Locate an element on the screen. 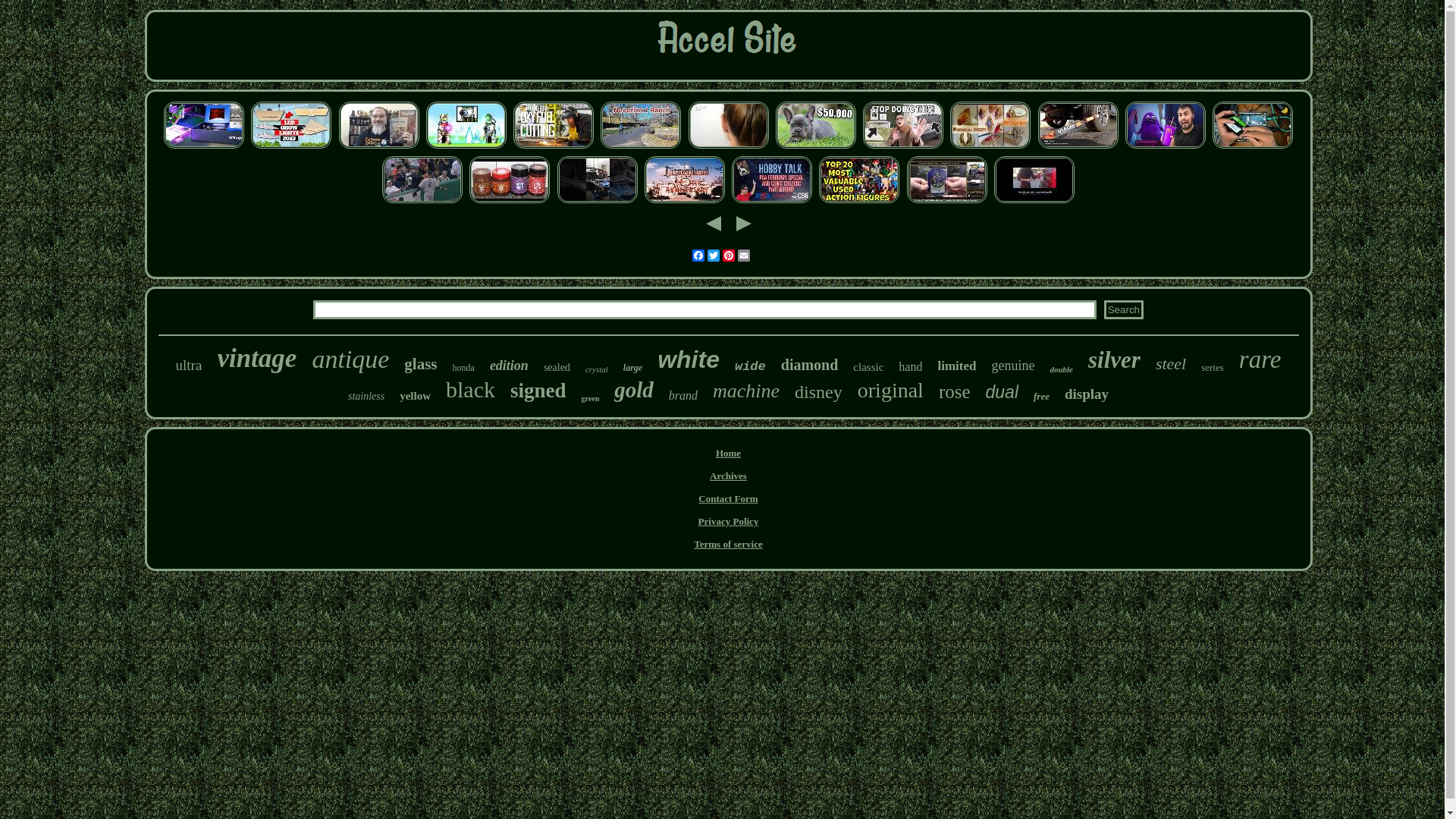  'Twitter' is located at coordinates (704, 254).